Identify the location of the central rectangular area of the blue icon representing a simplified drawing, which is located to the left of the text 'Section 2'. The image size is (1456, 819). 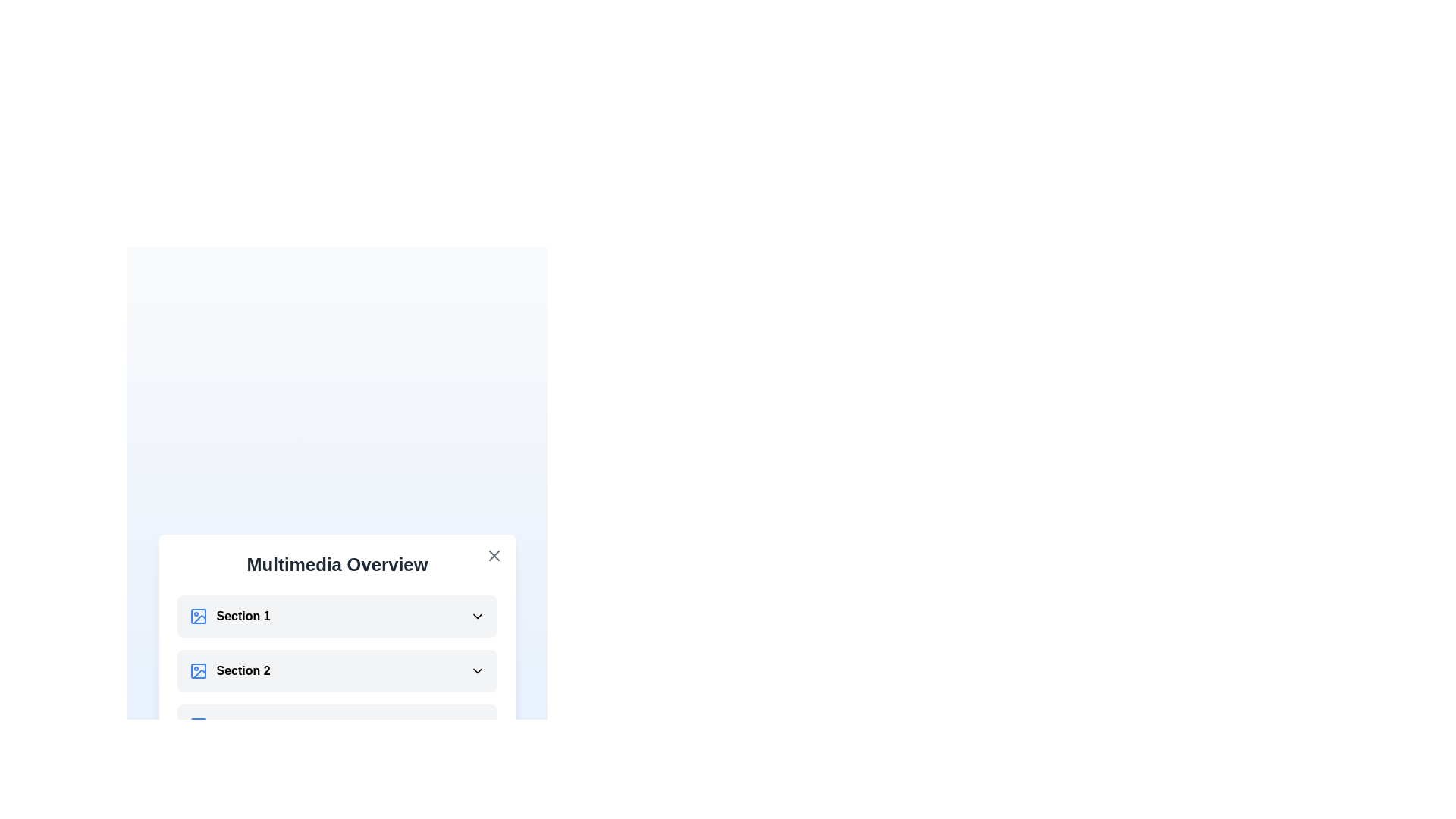
(197, 670).